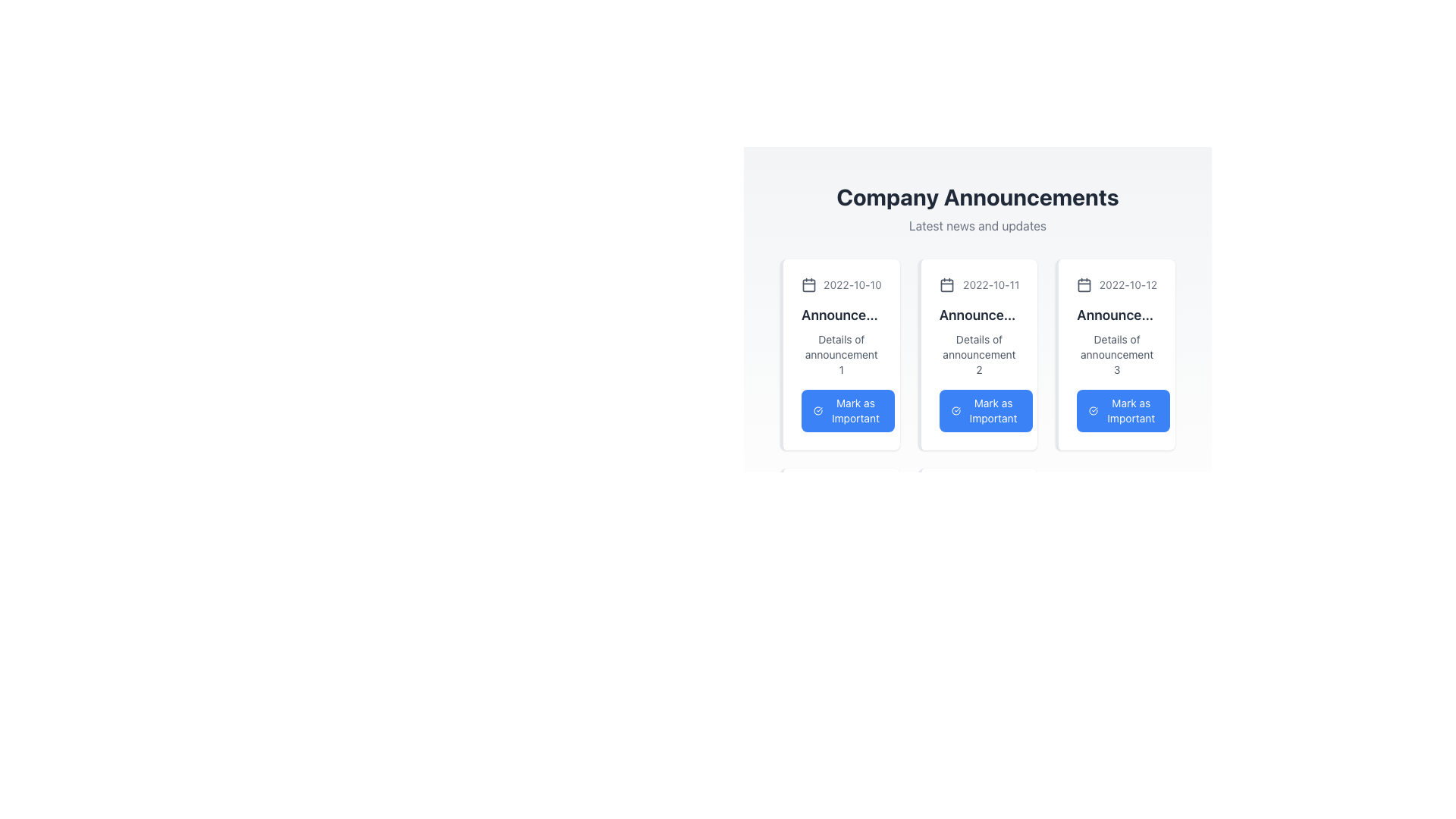 The width and height of the screenshot is (1456, 819). Describe the element at coordinates (1084, 284) in the screenshot. I see `the calendar icon located at the top-left corner of the card displaying the date '2022-10-12'` at that location.